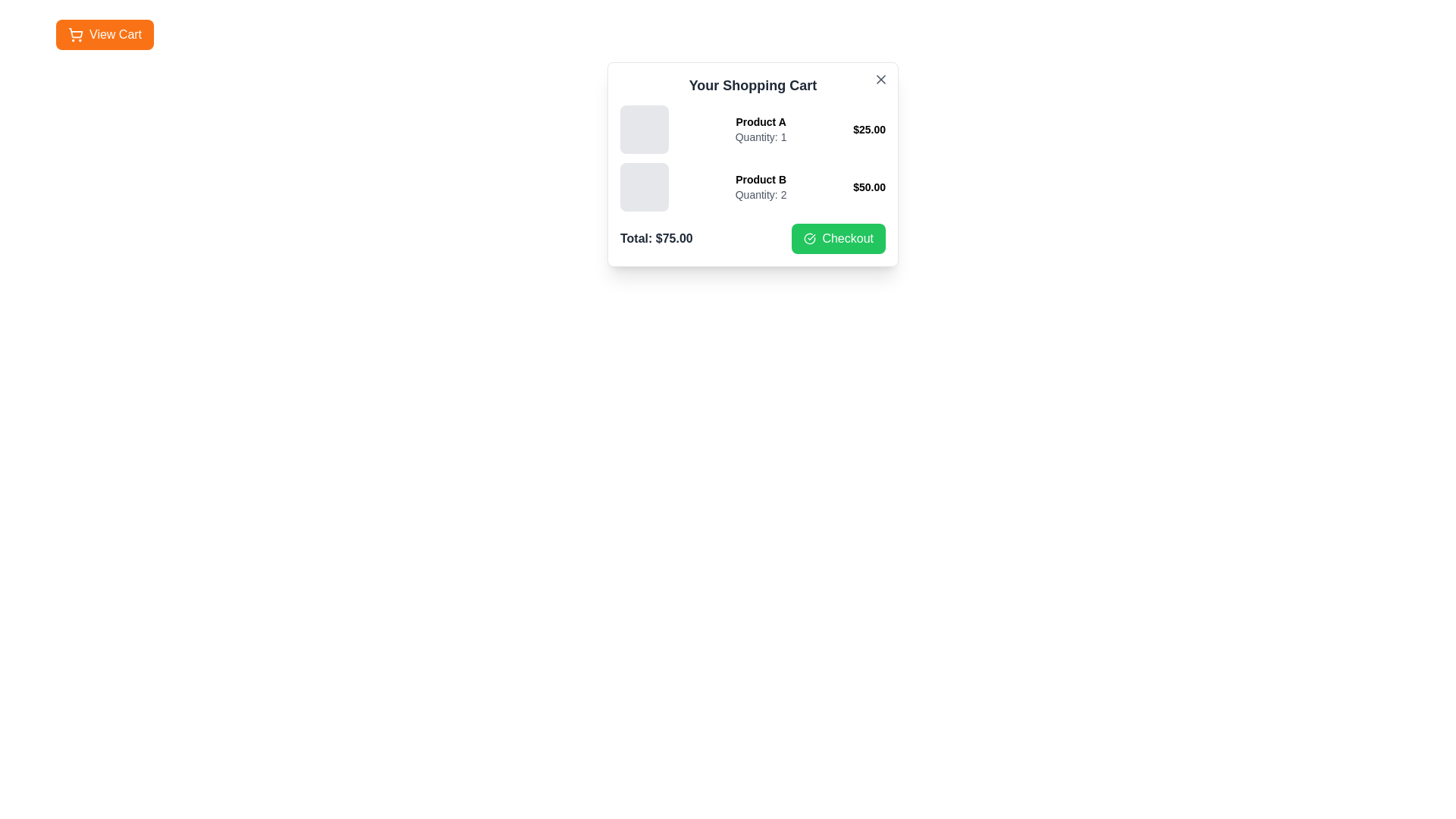  I want to click on the first product information block in the shopping cart that displays its name, quantity, and price, located directly above the entry for 'Product B', so click(753, 128).